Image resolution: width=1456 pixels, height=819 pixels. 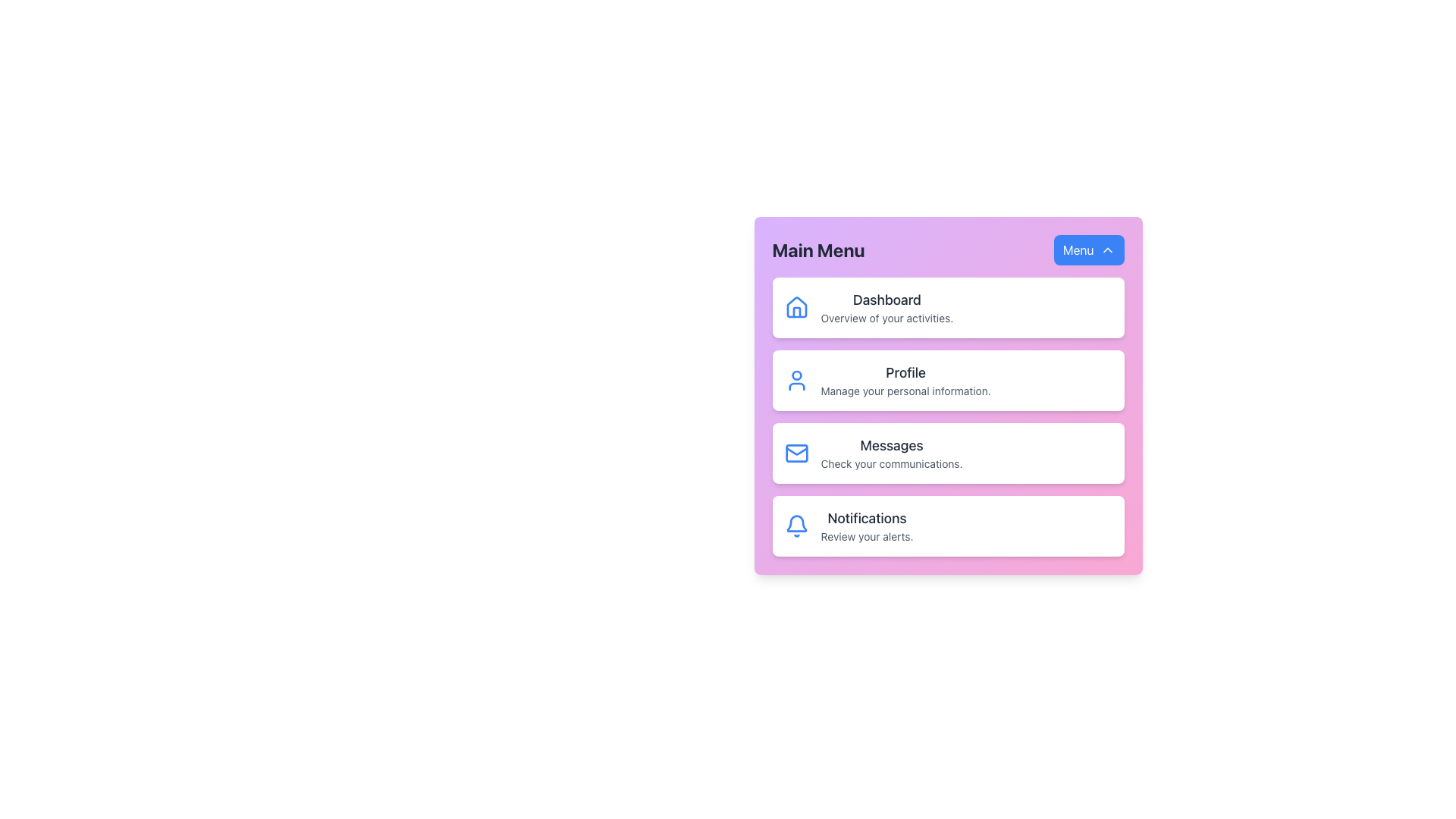 I want to click on the button located, so click(x=1087, y=249).